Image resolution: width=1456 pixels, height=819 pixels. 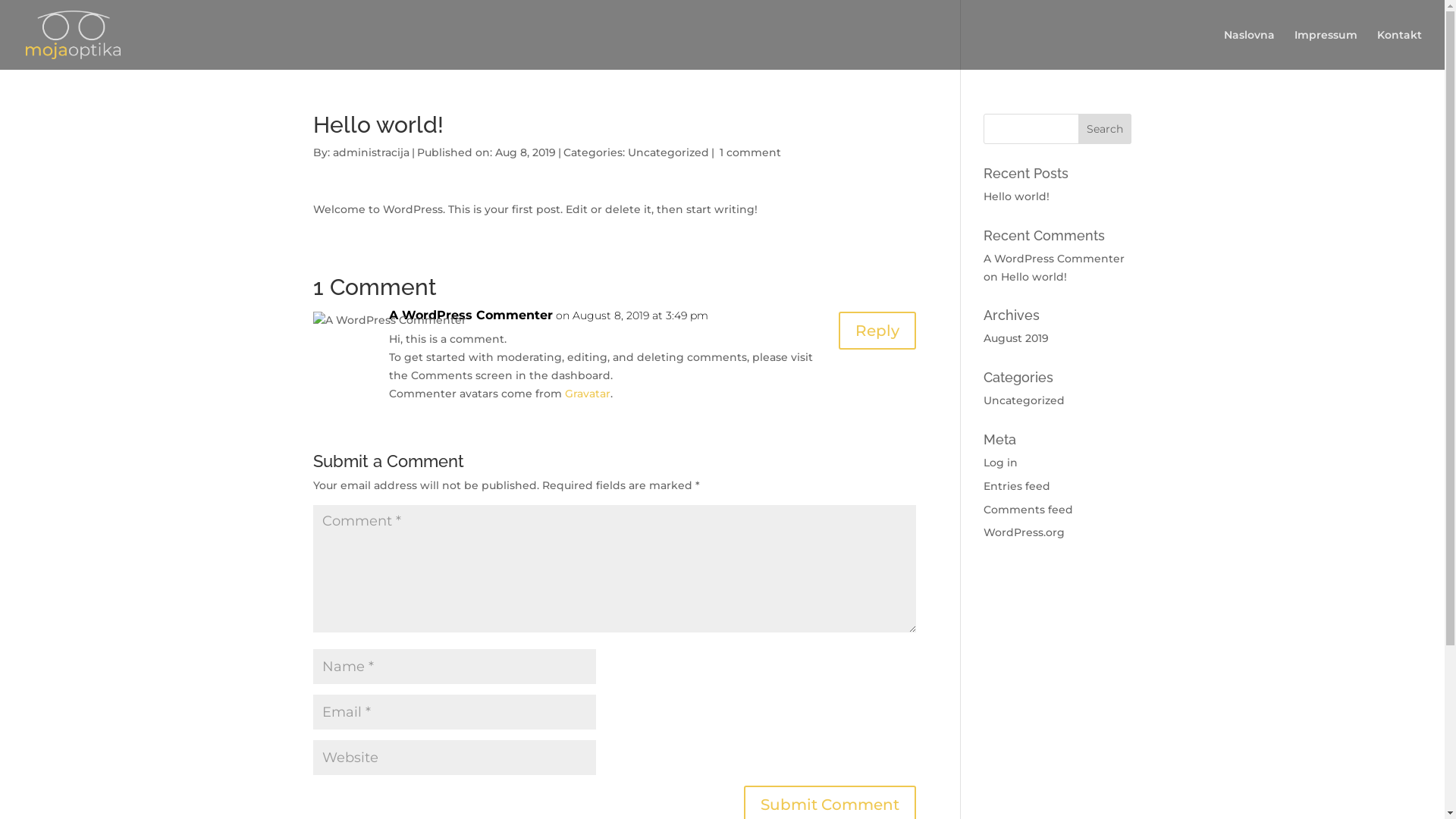 I want to click on 'Uncategorized', so click(x=1024, y=400).